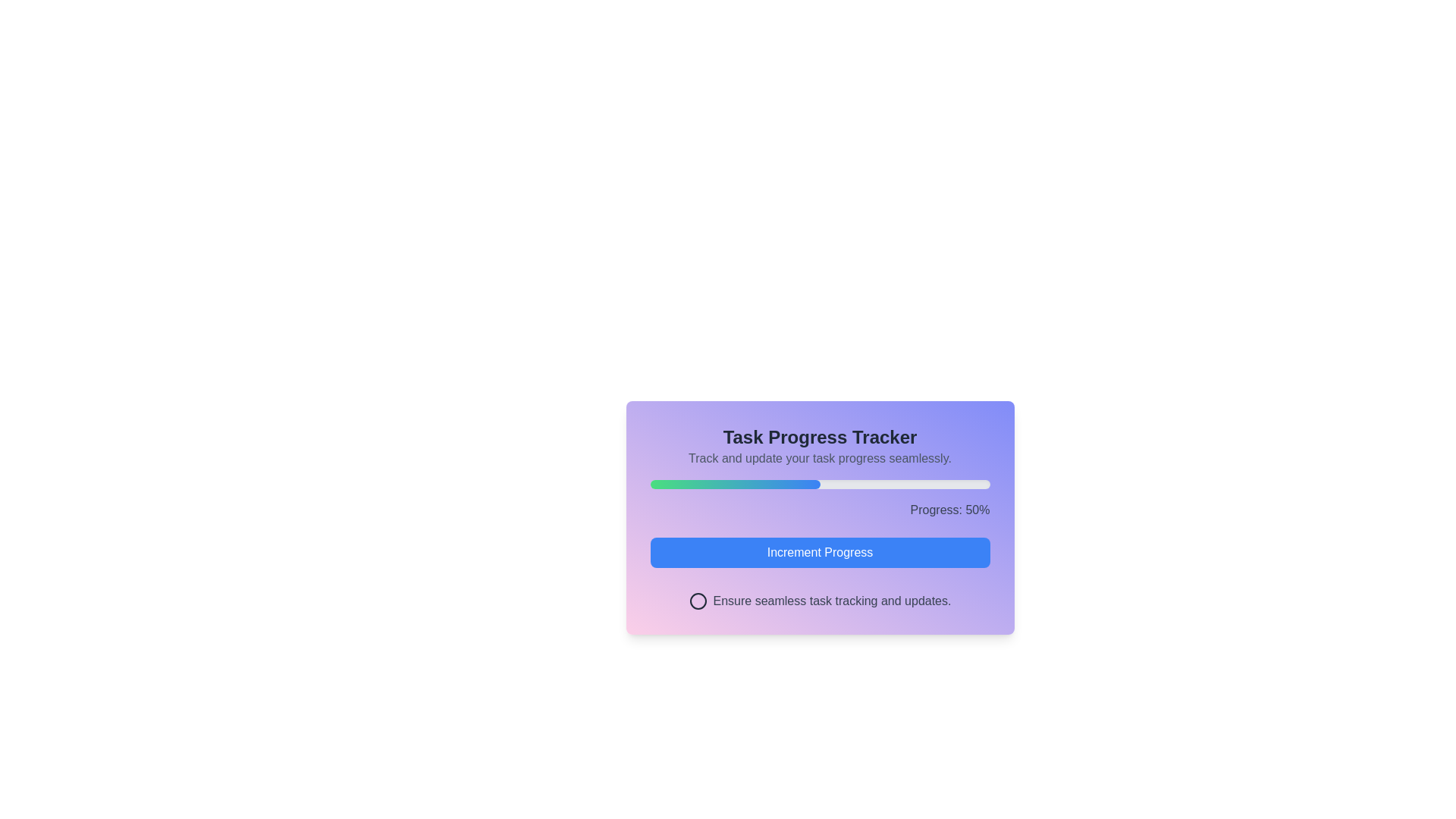 The height and width of the screenshot is (819, 1456). Describe the element at coordinates (735, 485) in the screenshot. I see `the progress indicator, which is a horizontal bar filled halfway with a gradient from green to blue, located at the center of the interface` at that location.